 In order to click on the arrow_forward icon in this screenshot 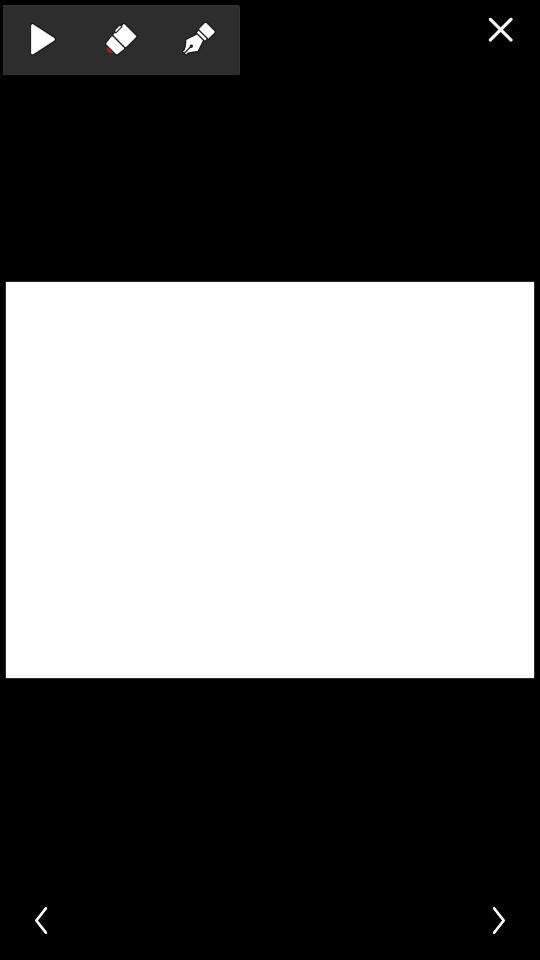, I will do `click(499, 920)`.